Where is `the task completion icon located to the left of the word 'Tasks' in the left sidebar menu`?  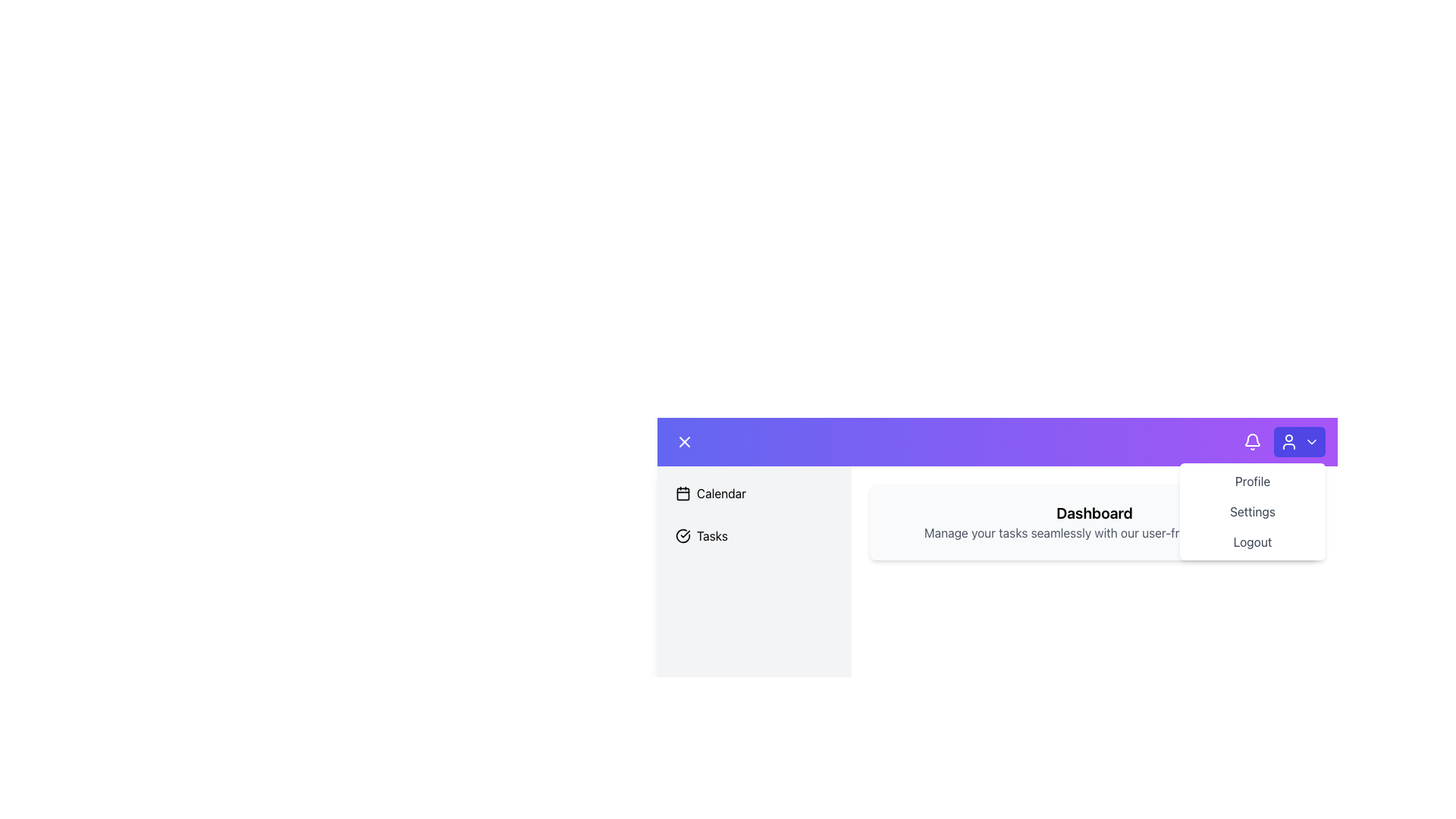 the task completion icon located to the left of the word 'Tasks' in the left sidebar menu is located at coordinates (682, 535).